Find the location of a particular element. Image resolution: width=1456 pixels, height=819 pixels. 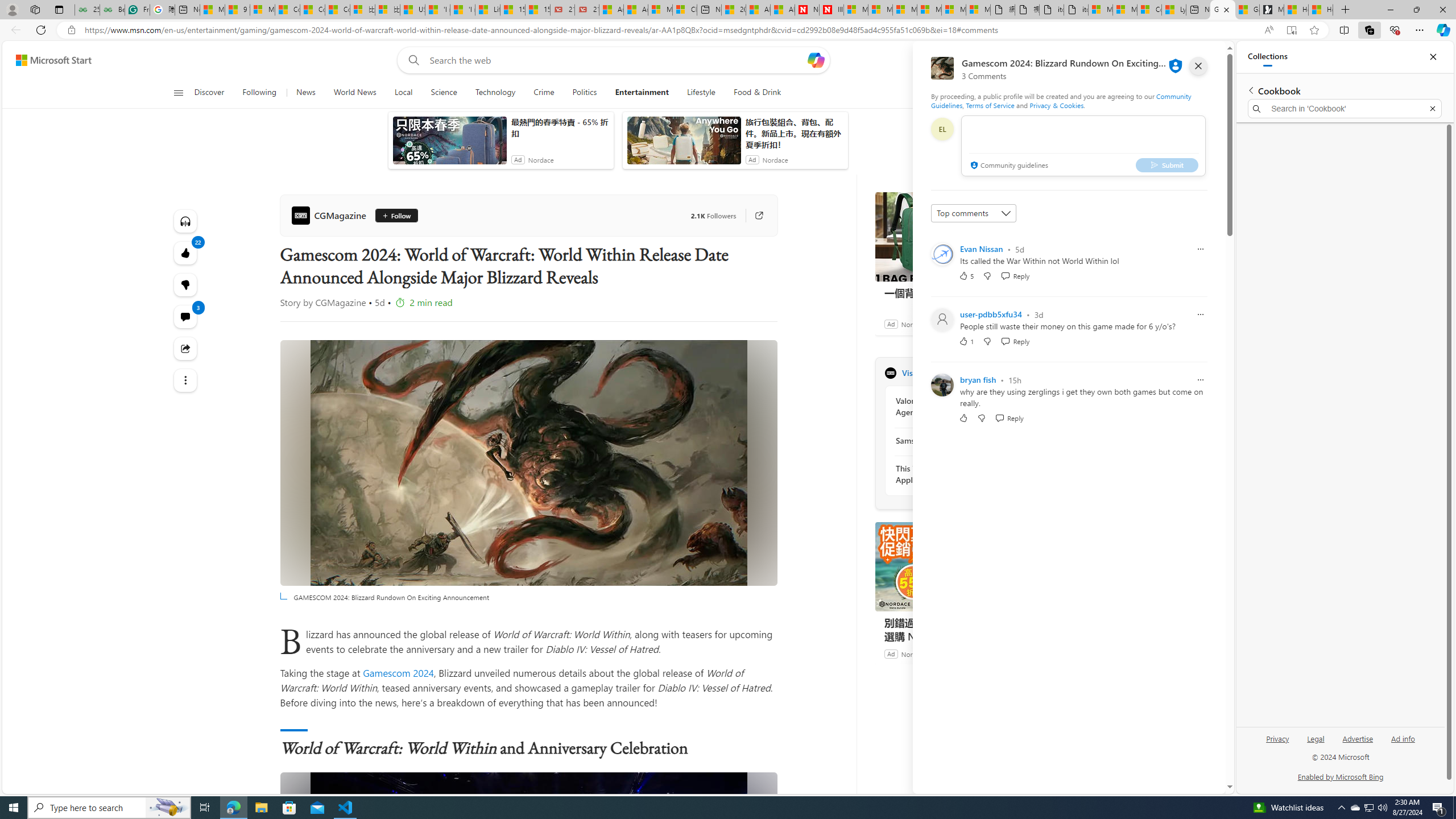

'Local' is located at coordinates (403, 92).